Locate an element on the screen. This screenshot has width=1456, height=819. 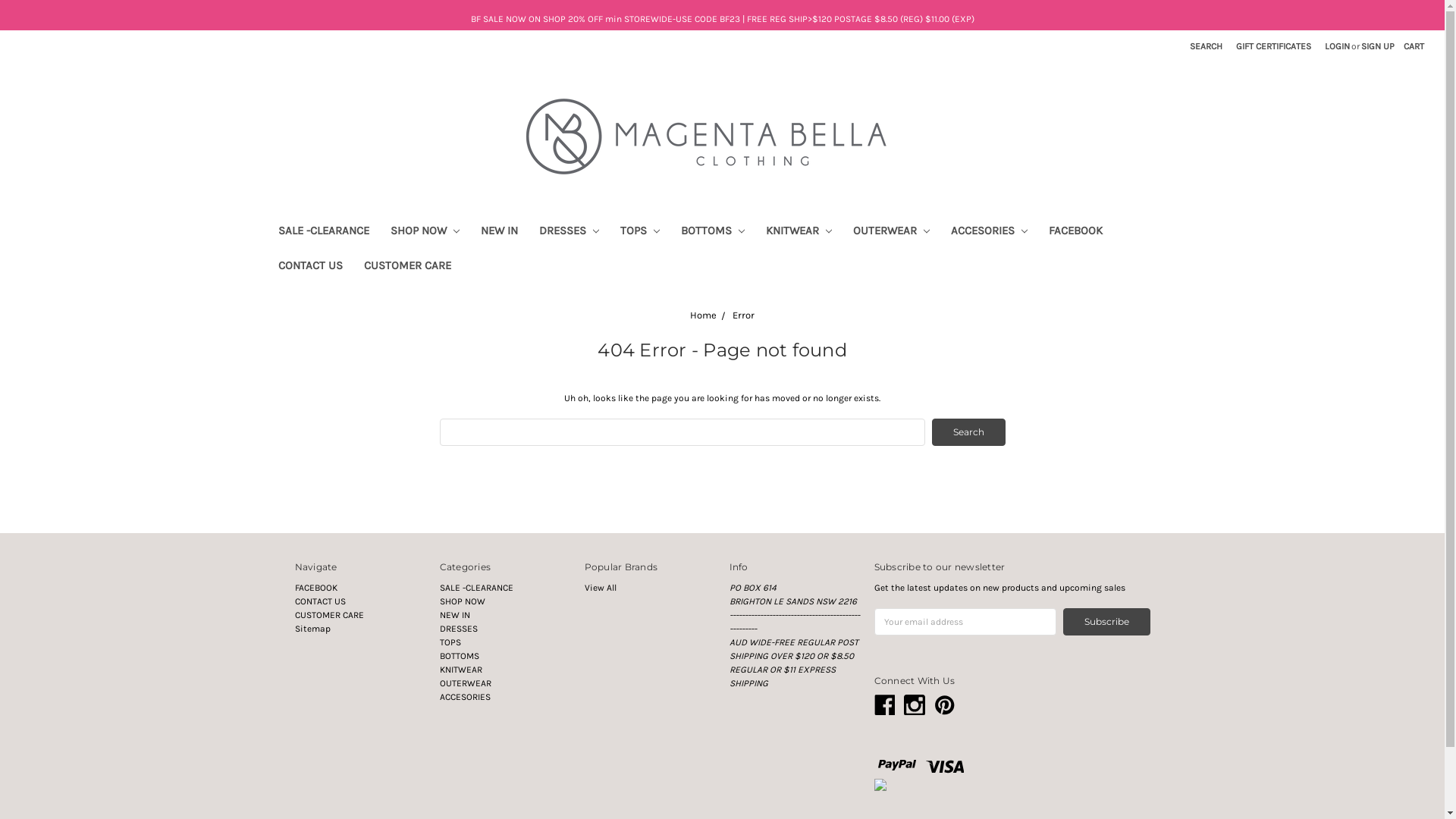
'SHOP NOW' is located at coordinates (461, 601).